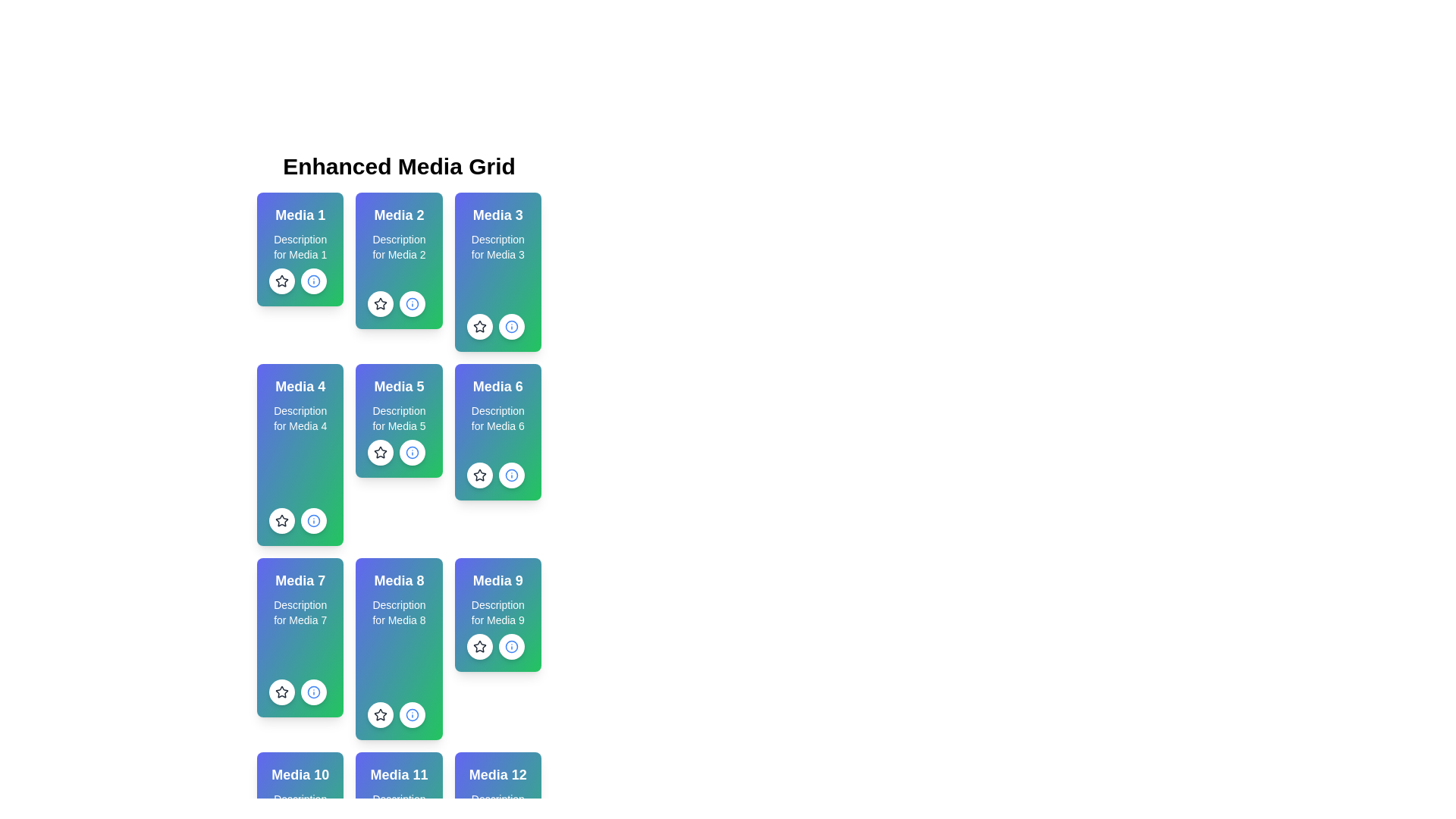  Describe the element at coordinates (282, 281) in the screenshot. I see `the favorite or bookmark button located at the bottom-left corner inside the card labeled 'Media 1'` at that location.